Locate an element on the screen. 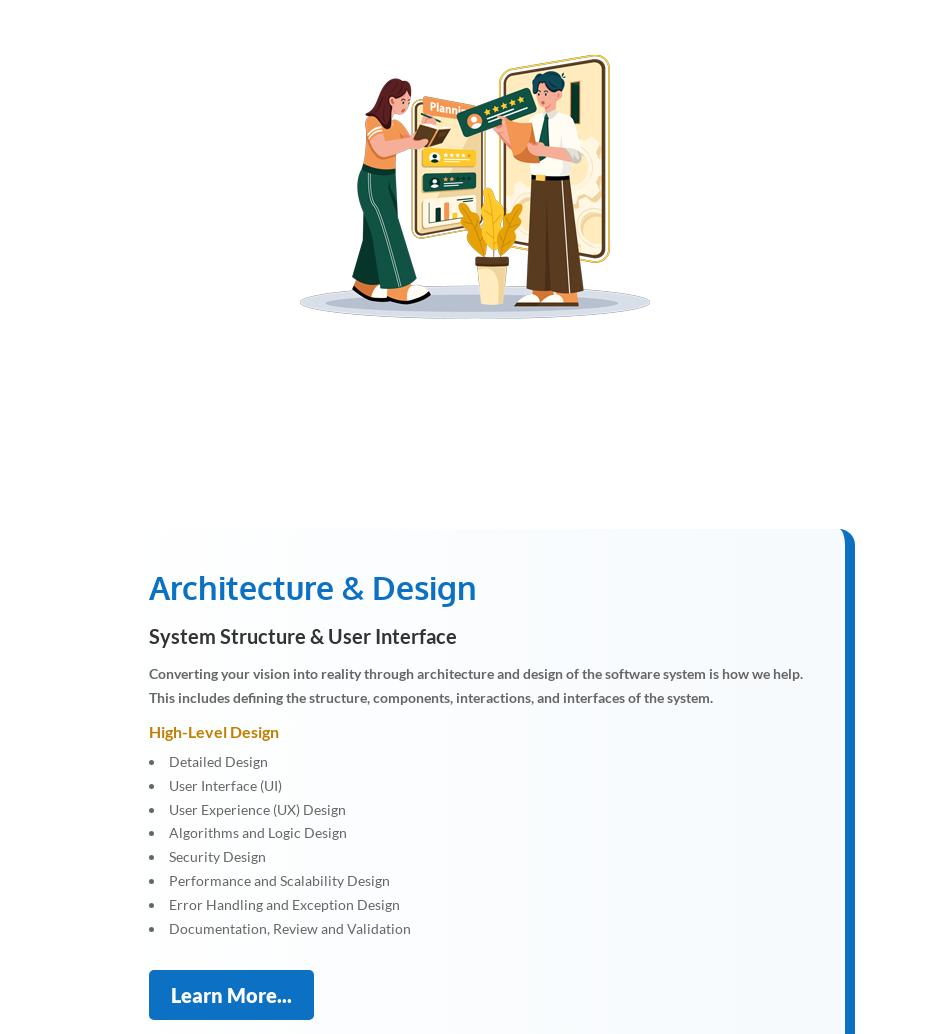 The height and width of the screenshot is (1034, 950). 'Algorithms and Logic Design' is located at coordinates (257, 831).